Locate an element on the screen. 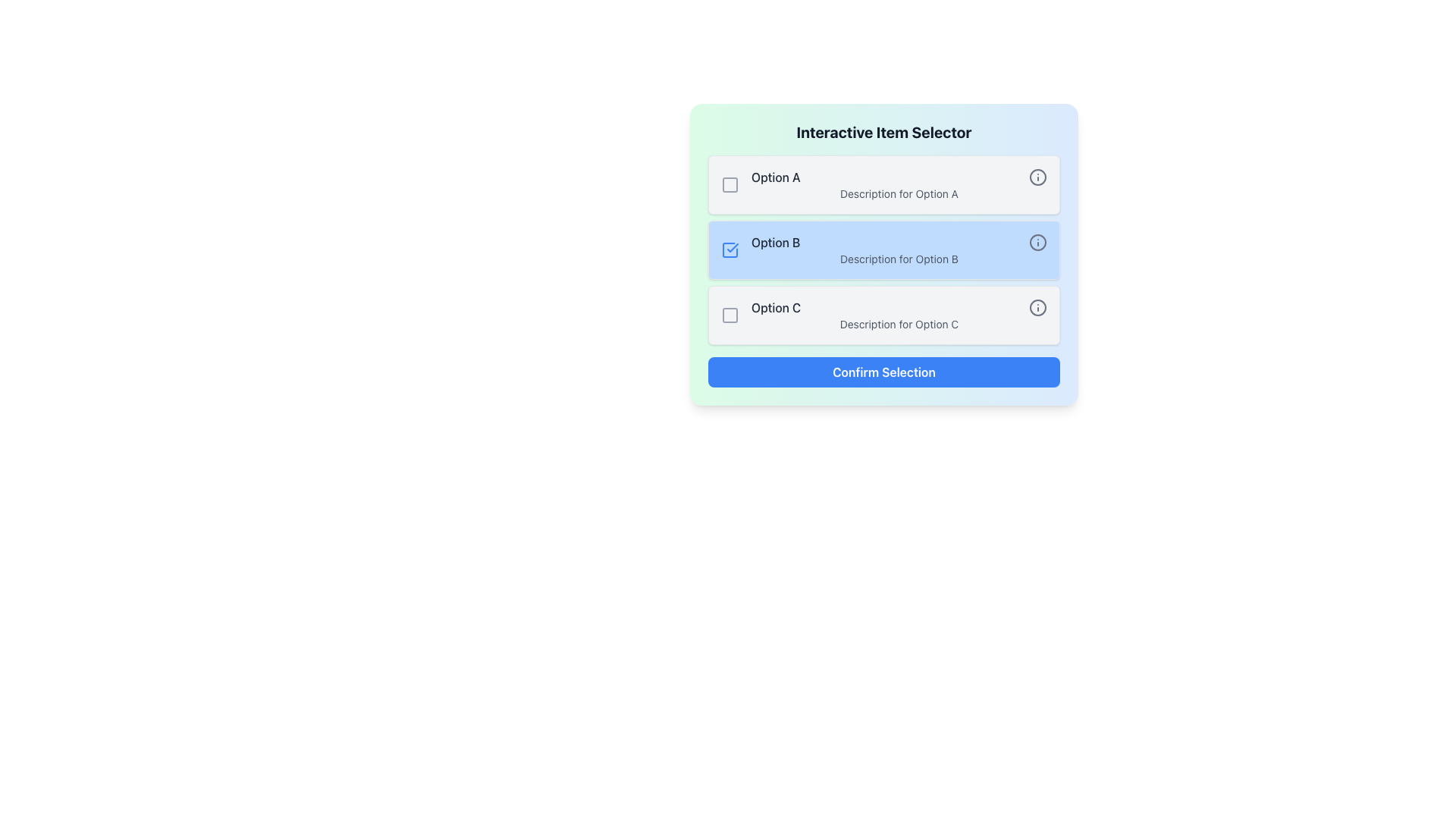  the second selectable option, 'Option B', in the item selection interface is located at coordinates (884, 253).